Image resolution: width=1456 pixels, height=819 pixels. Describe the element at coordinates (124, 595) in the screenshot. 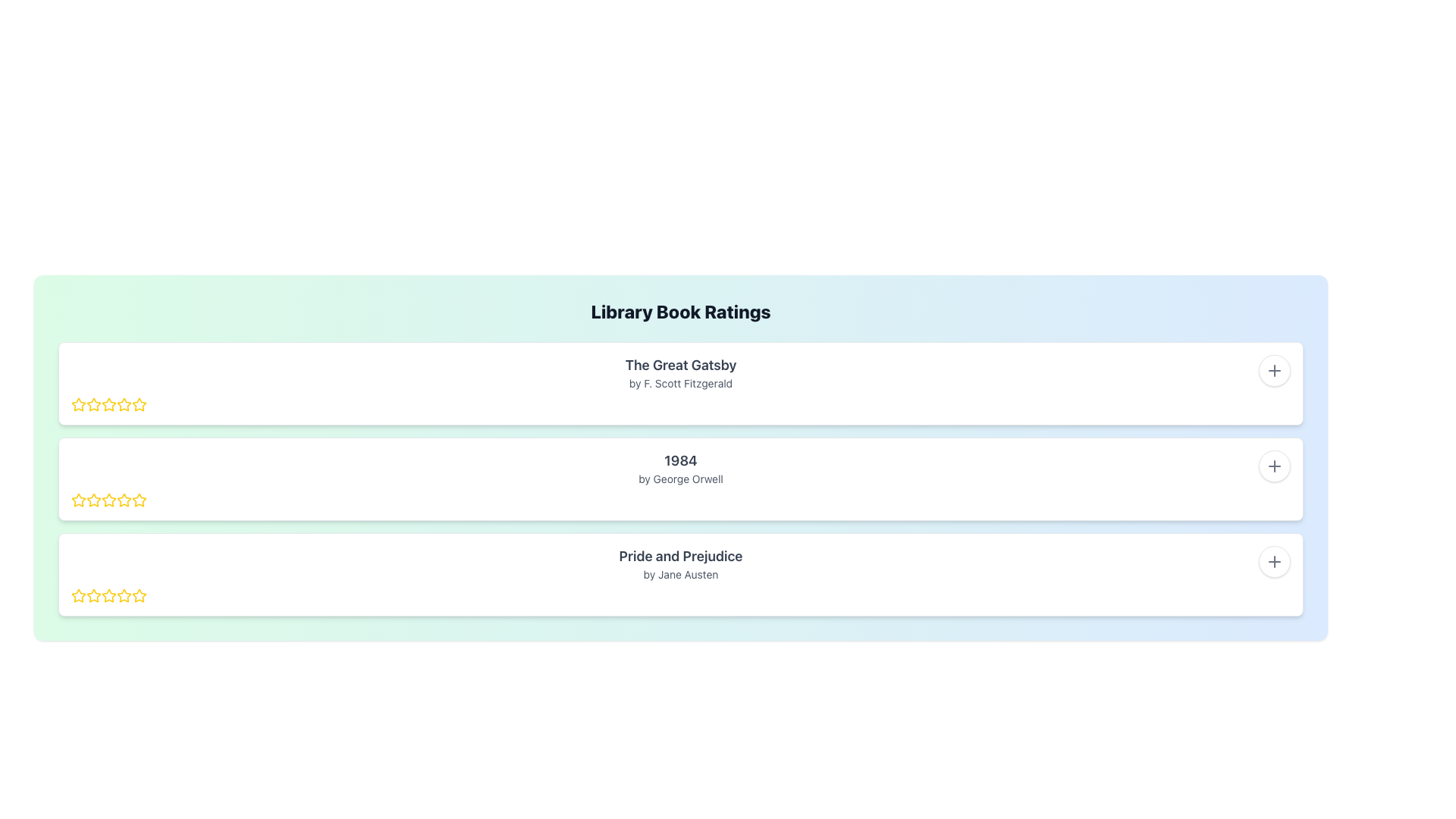

I see `the second yellow star button in the rating system for the book 'Pride and Prejudice' by Jane Austen` at that location.